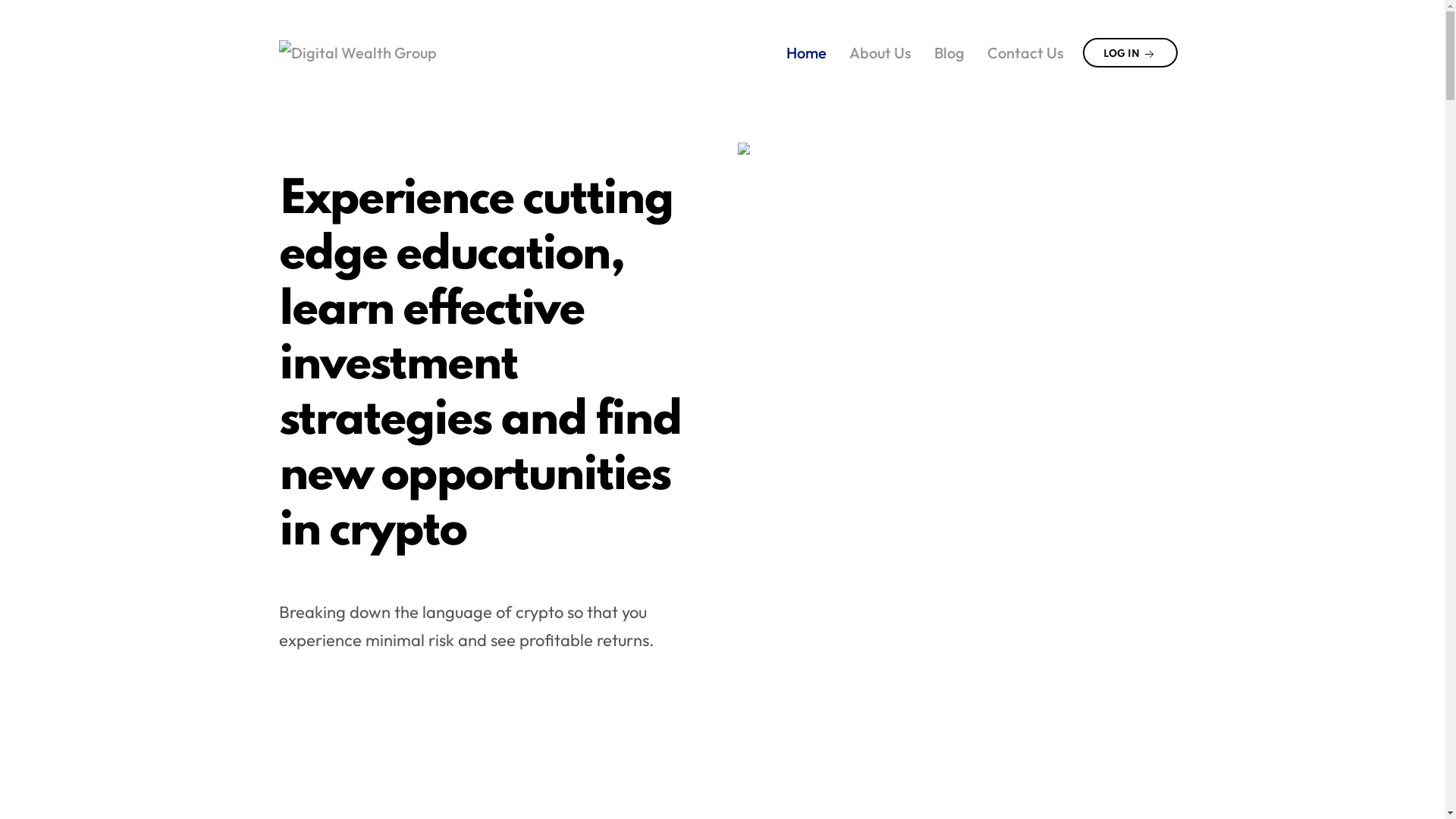 Image resolution: width=1456 pixels, height=819 pixels. What do you see at coordinates (948, 52) in the screenshot?
I see `'Blog'` at bounding box center [948, 52].